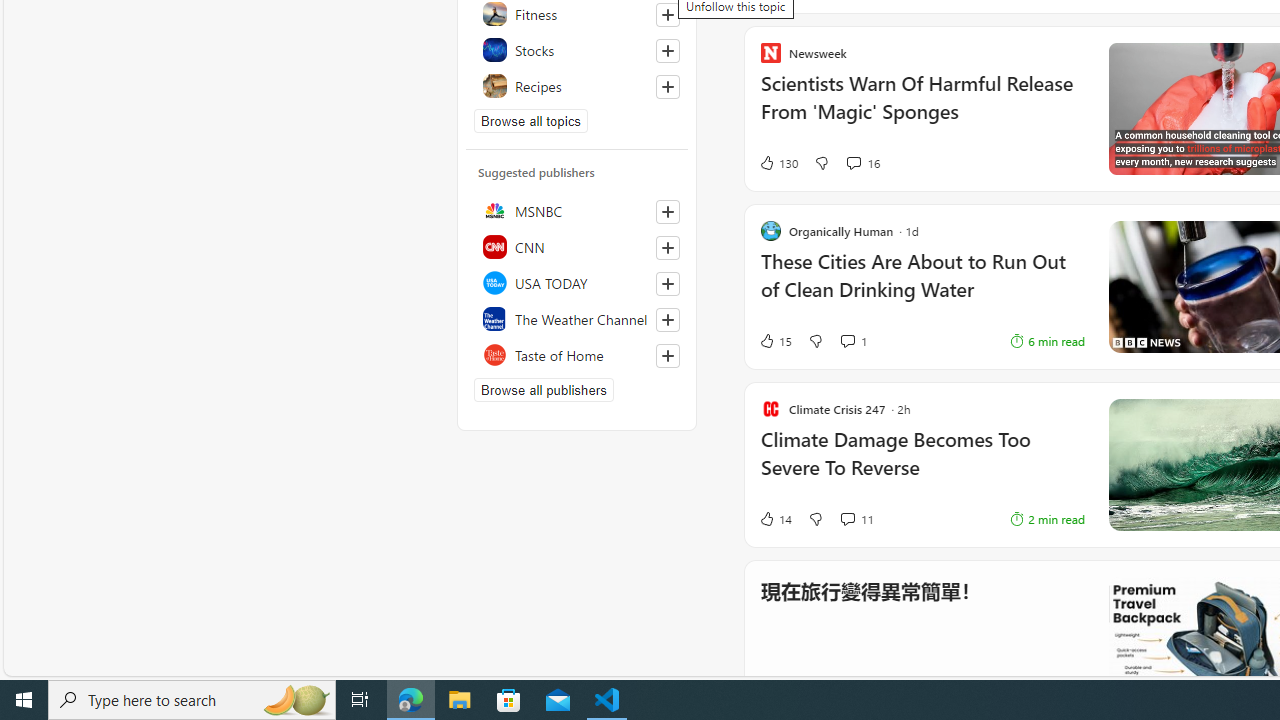 This screenshot has width=1280, height=720. Describe the element at coordinates (576, 353) in the screenshot. I see `'Taste of Home'` at that location.